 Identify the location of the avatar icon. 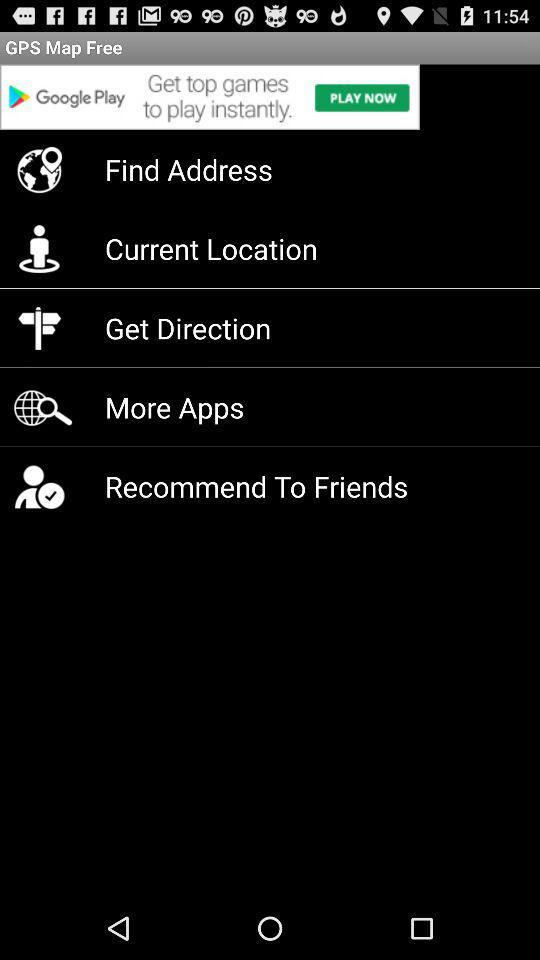
(39, 519).